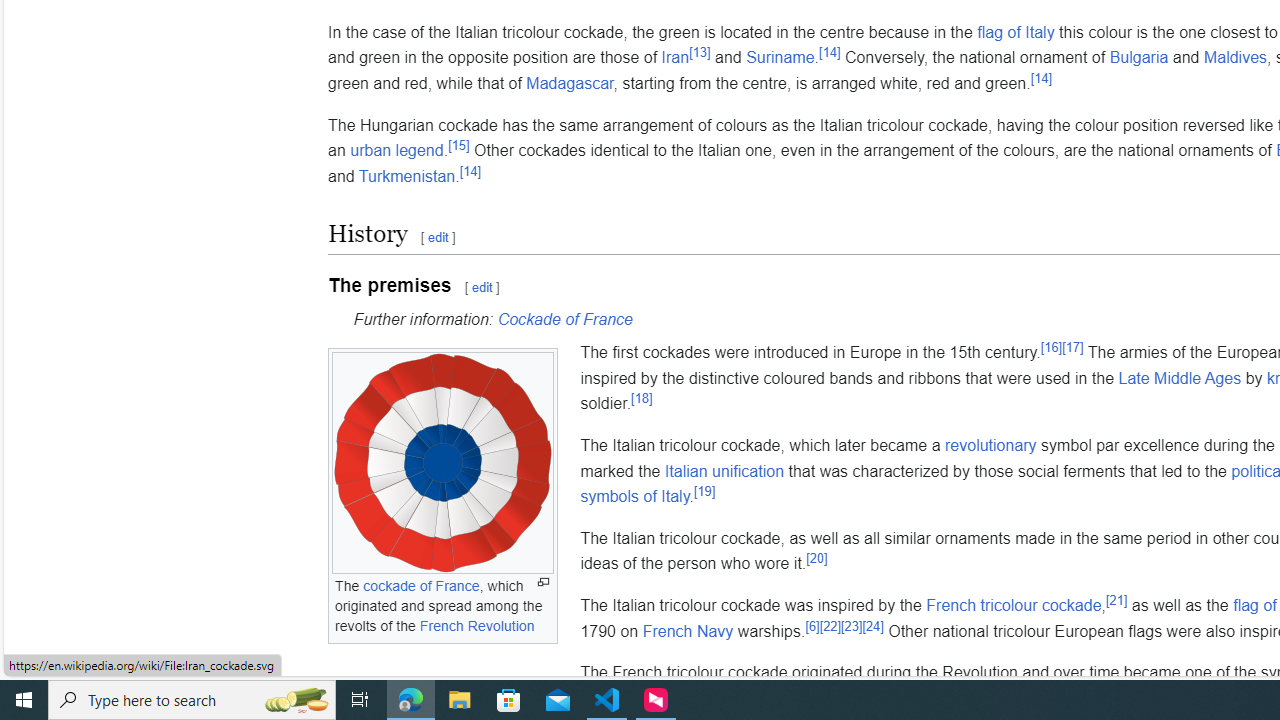  I want to click on 'Class: mw-file-element', so click(441, 463).